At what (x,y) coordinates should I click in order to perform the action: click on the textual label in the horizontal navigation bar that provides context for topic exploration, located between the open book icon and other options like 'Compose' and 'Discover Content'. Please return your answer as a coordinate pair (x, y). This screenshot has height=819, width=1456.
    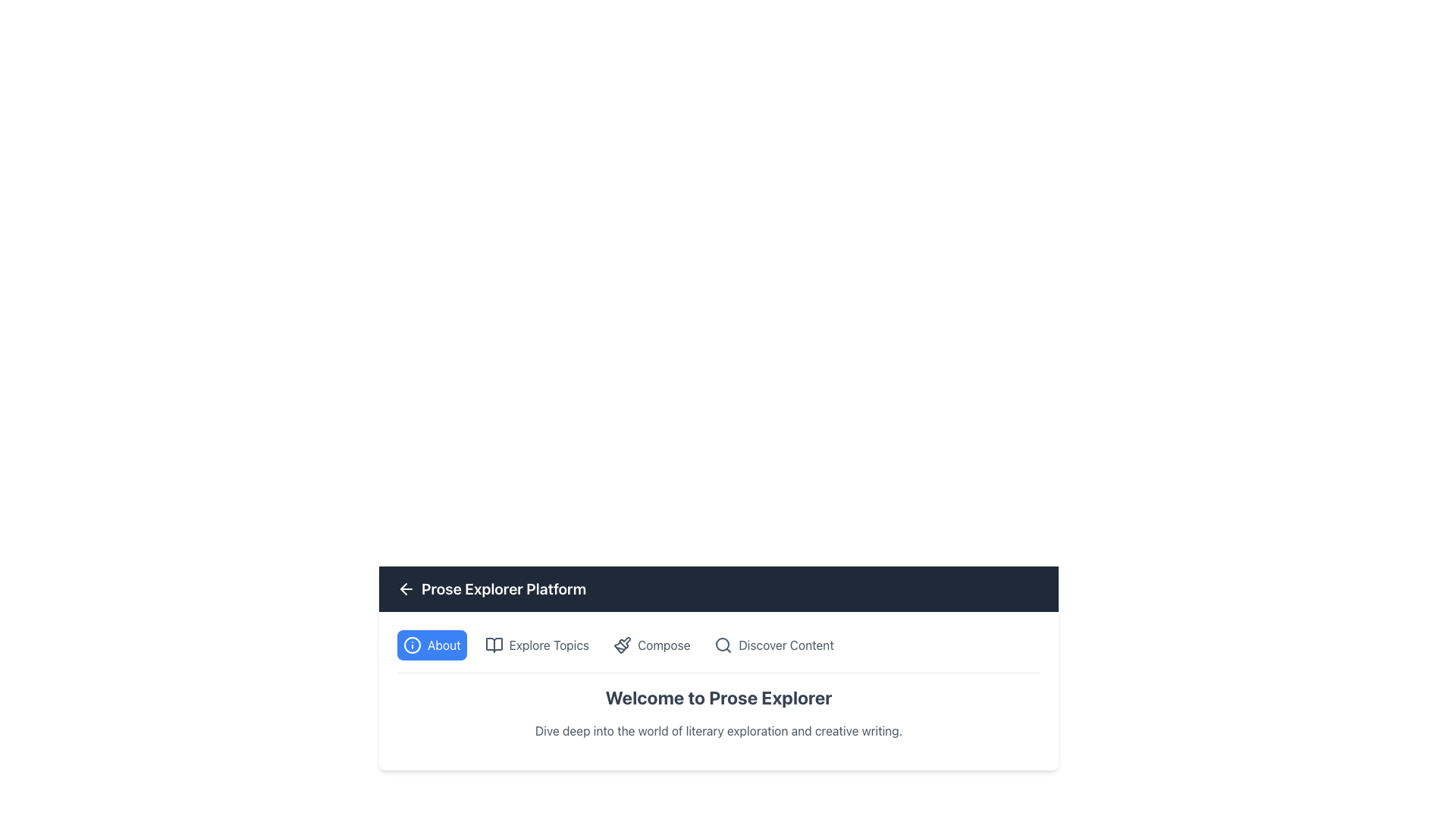
    Looking at the image, I should click on (548, 645).